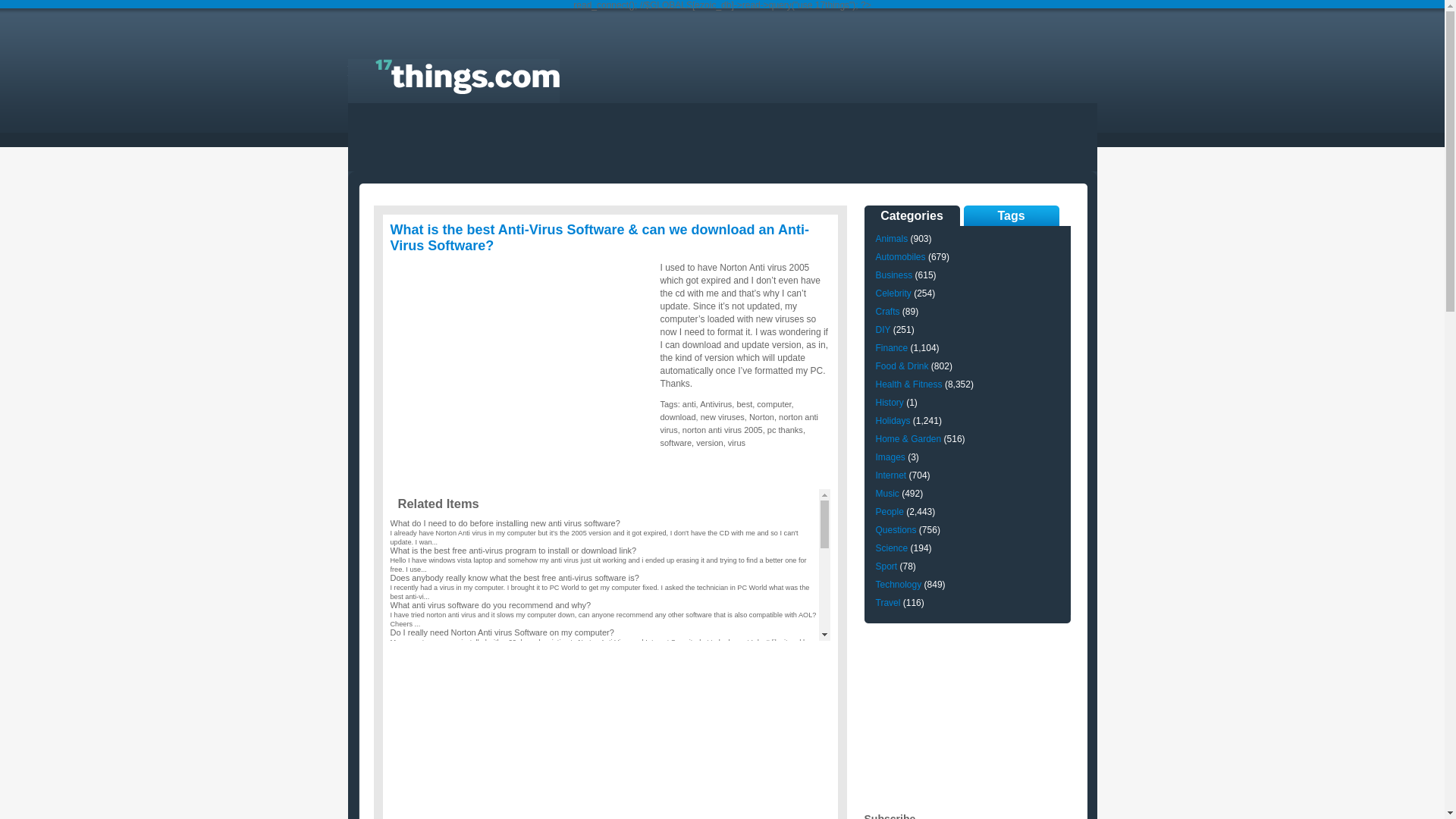  What do you see at coordinates (659, 417) in the screenshot?
I see `'download'` at bounding box center [659, 417].